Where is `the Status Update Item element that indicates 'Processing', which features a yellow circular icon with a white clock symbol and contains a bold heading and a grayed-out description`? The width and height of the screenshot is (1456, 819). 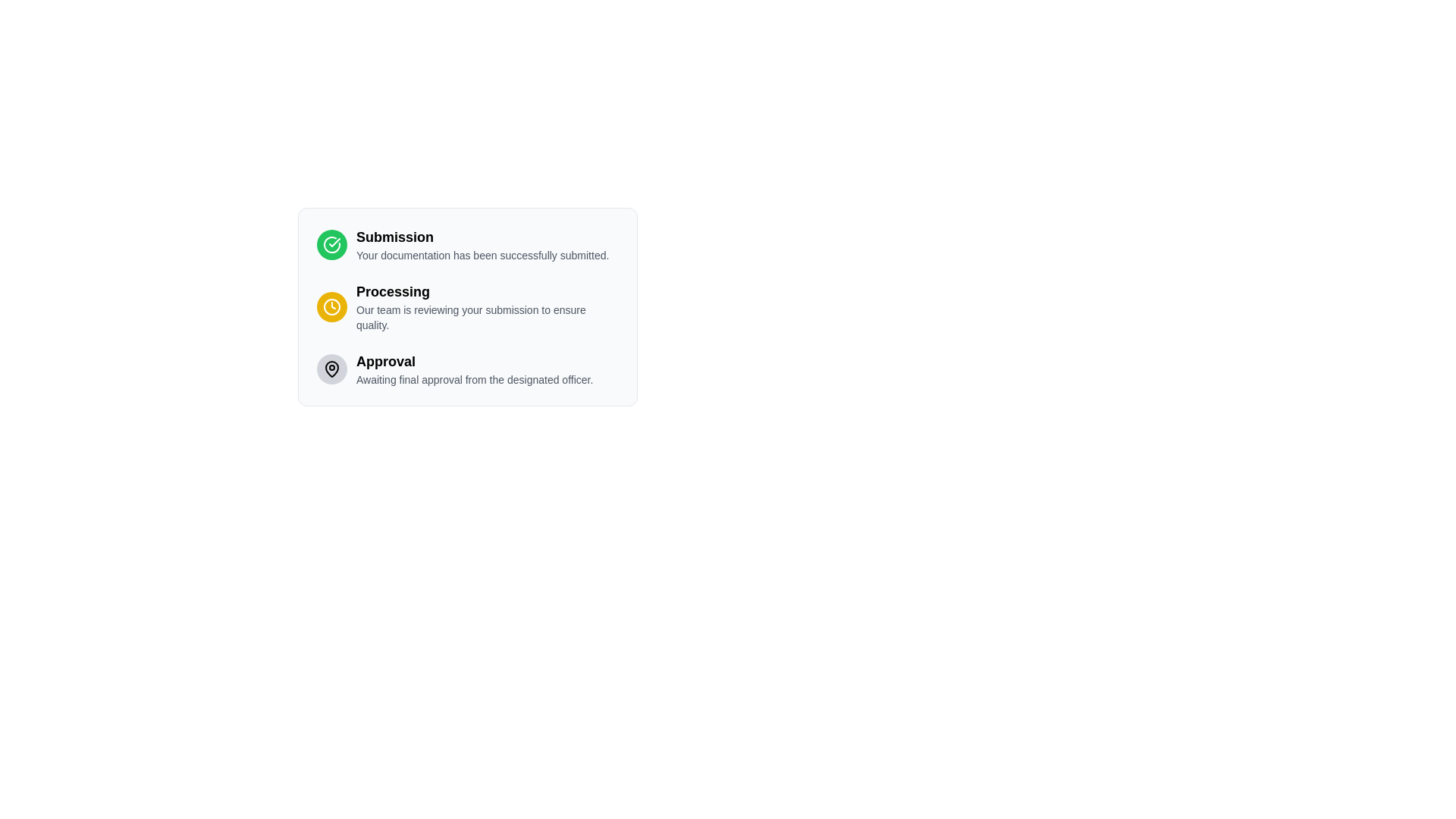
the Status Update Item element that indicates 'Processing', which features a yellow circular icon with a white clock symbol and contains a bold heading and a grayed-out description is located at coordinates (467, 307).